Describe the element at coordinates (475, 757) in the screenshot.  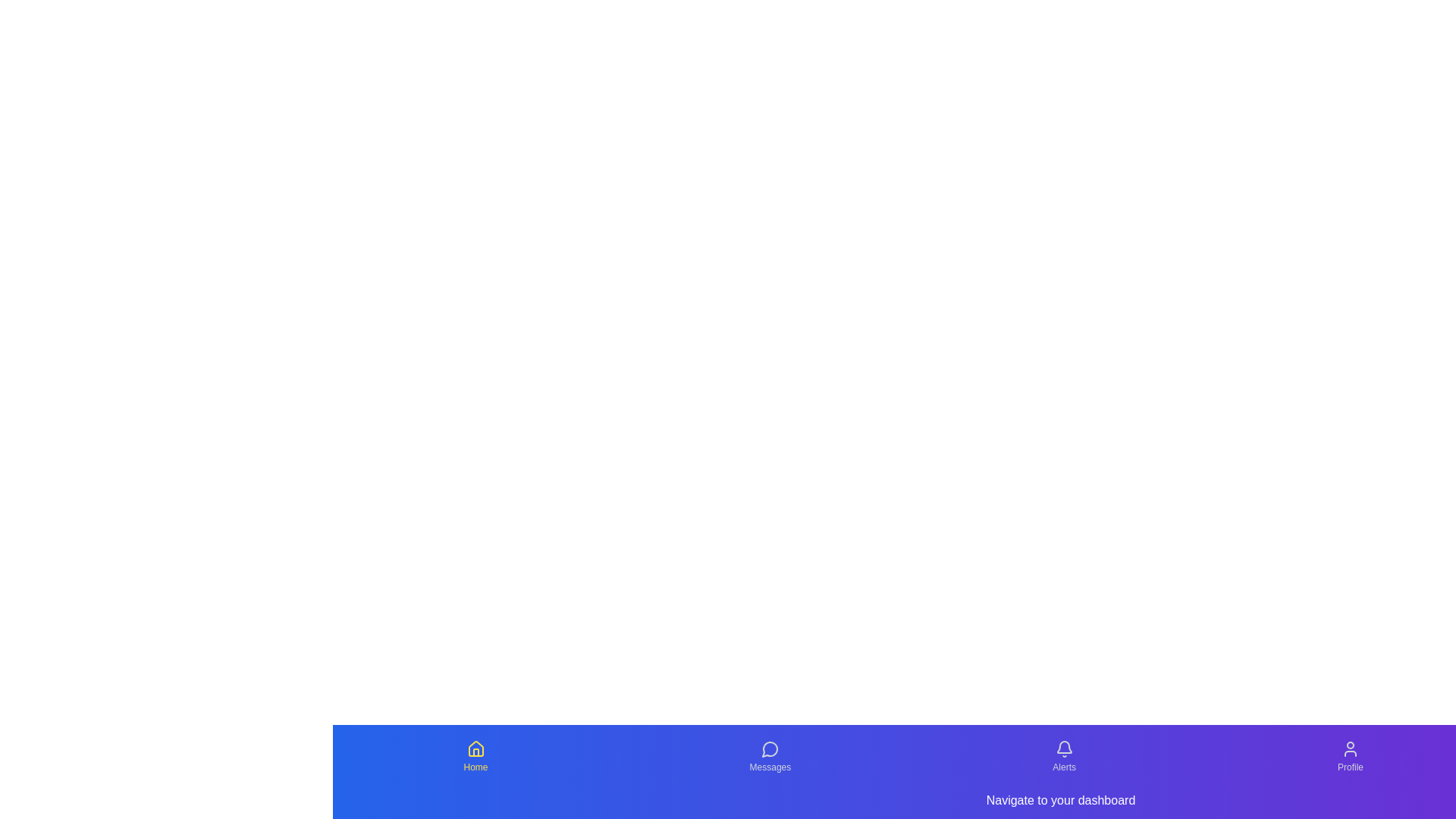
I see `the Home tab to observe its hover effect` at that location.